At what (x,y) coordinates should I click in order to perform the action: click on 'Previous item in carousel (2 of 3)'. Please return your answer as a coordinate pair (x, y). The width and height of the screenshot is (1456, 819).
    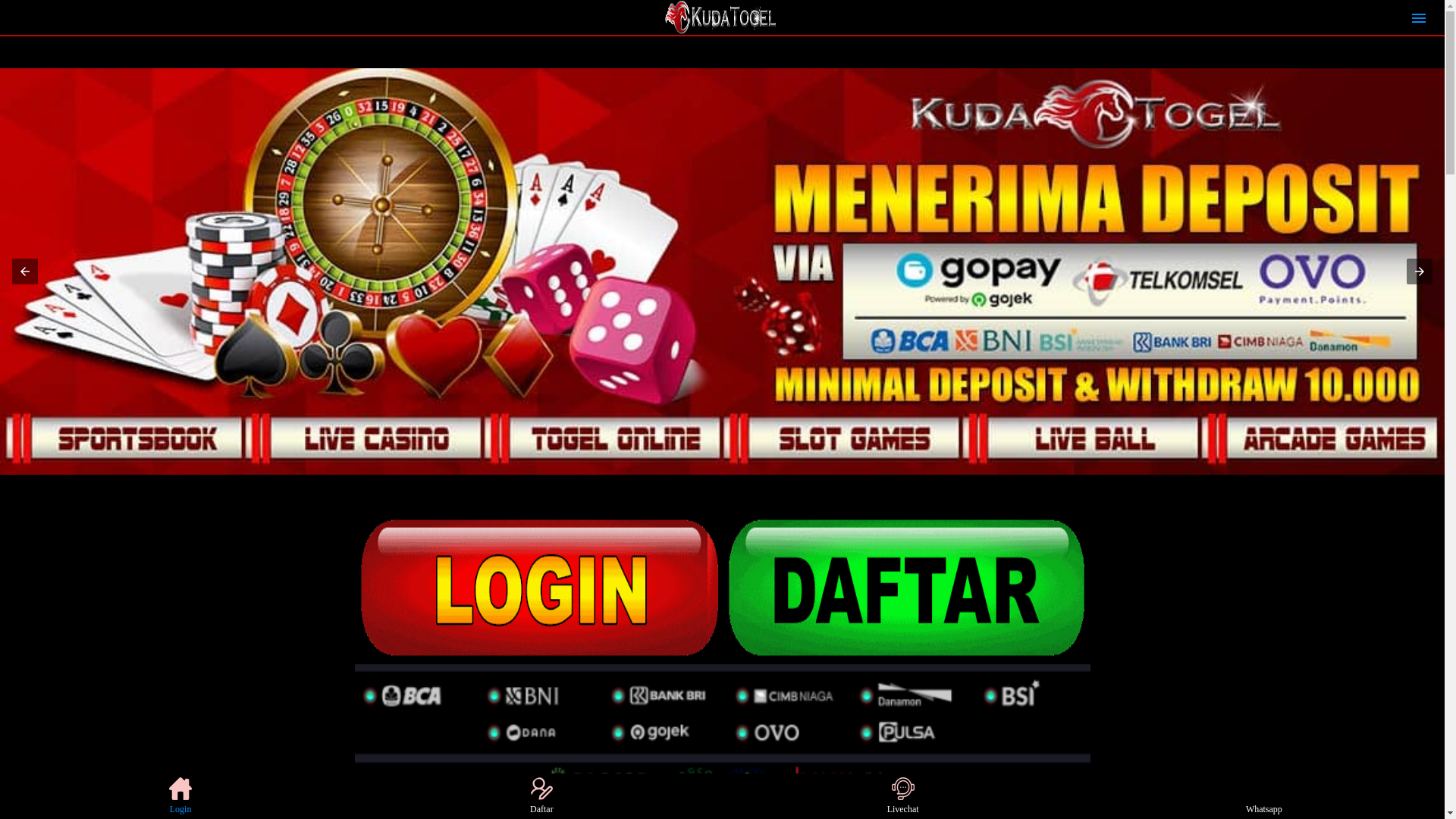
    Looking at the image, I should click on (25, 271).